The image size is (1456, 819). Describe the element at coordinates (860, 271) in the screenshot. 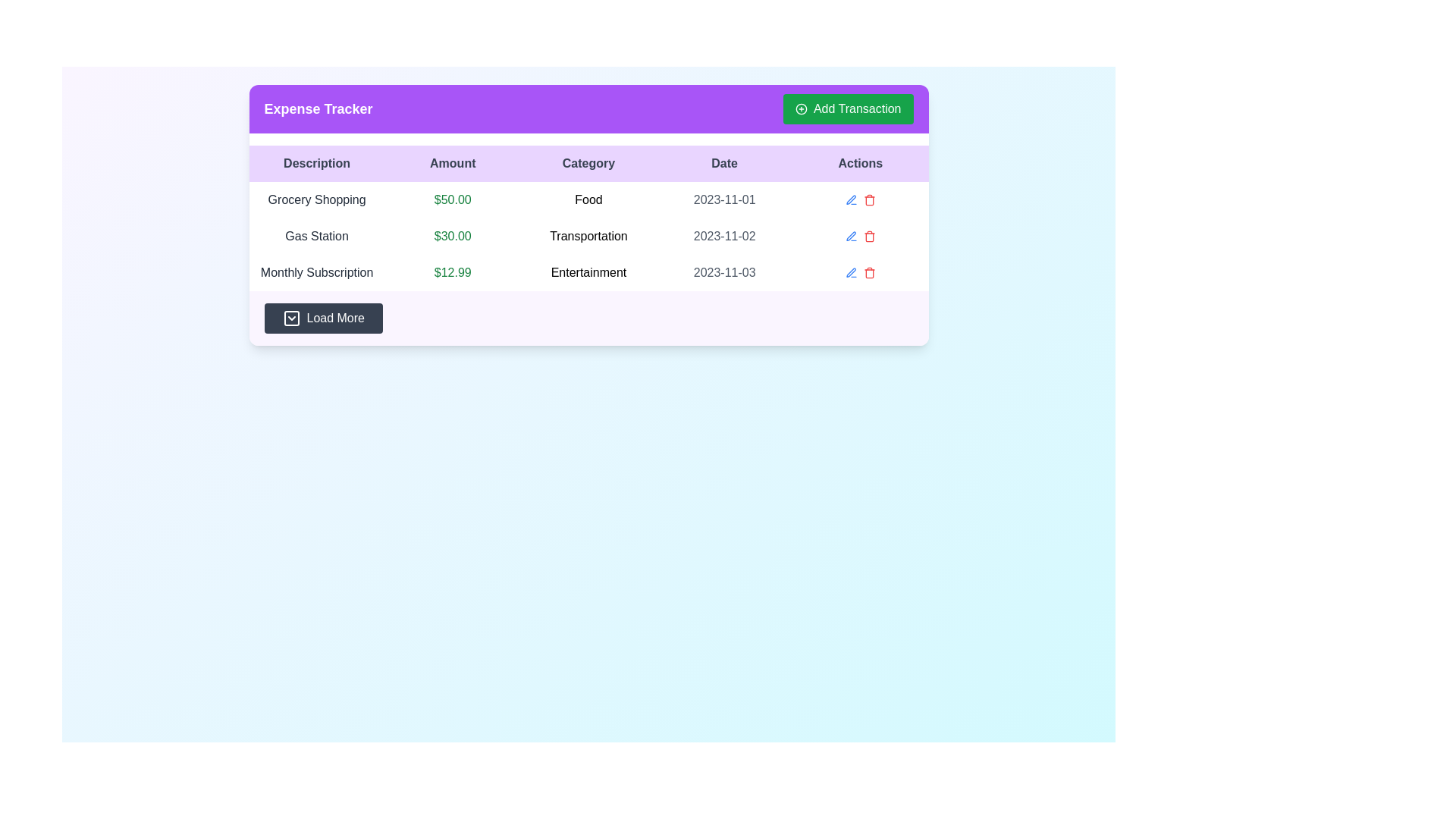

I see `the control panel containing the blue edit icon and the red delete icon, which is positioned at the bottom of the actions column for the monthly subscription details` at that location.